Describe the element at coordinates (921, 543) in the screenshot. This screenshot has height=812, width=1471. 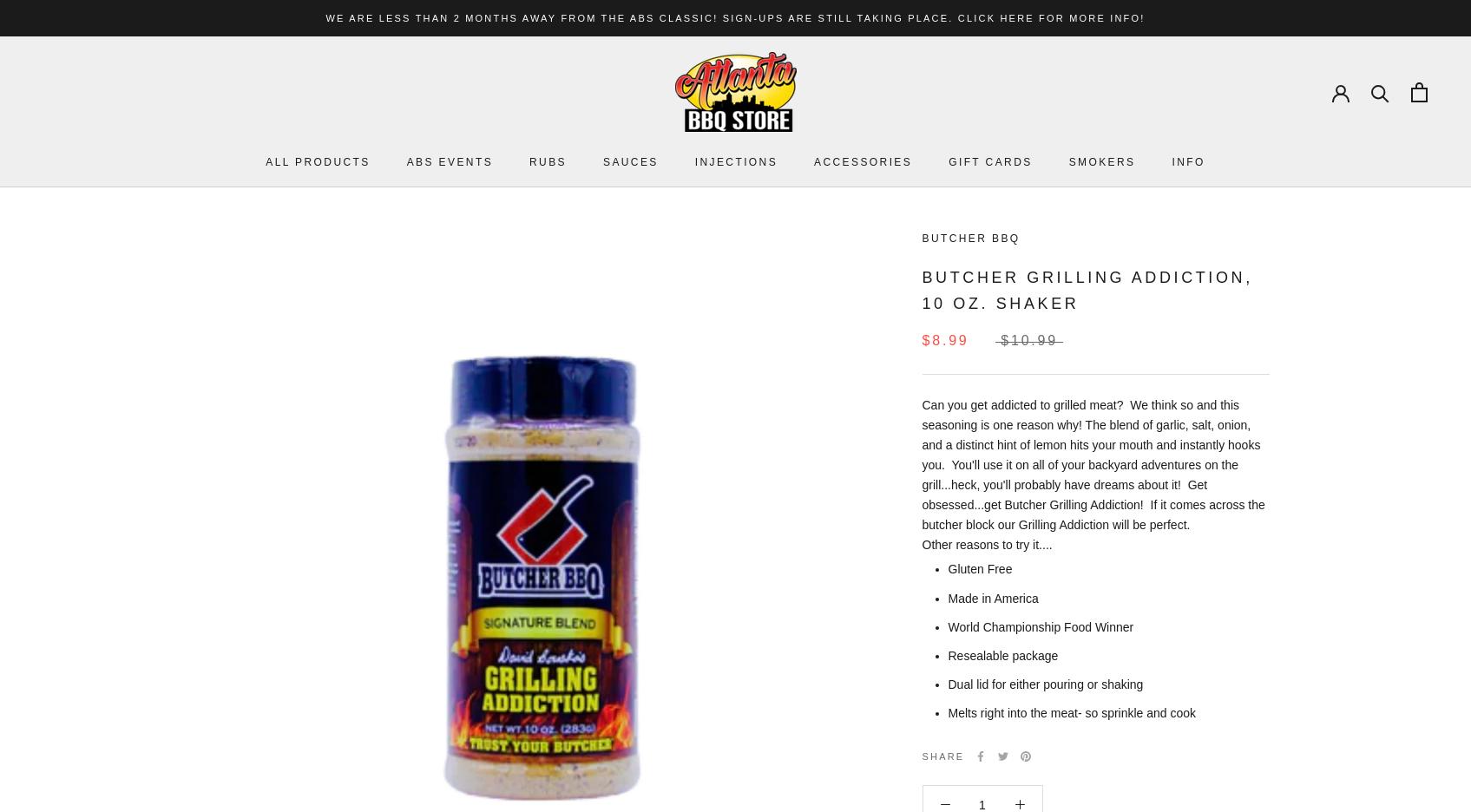
I see `'Other reasons to try it....'` at that location.